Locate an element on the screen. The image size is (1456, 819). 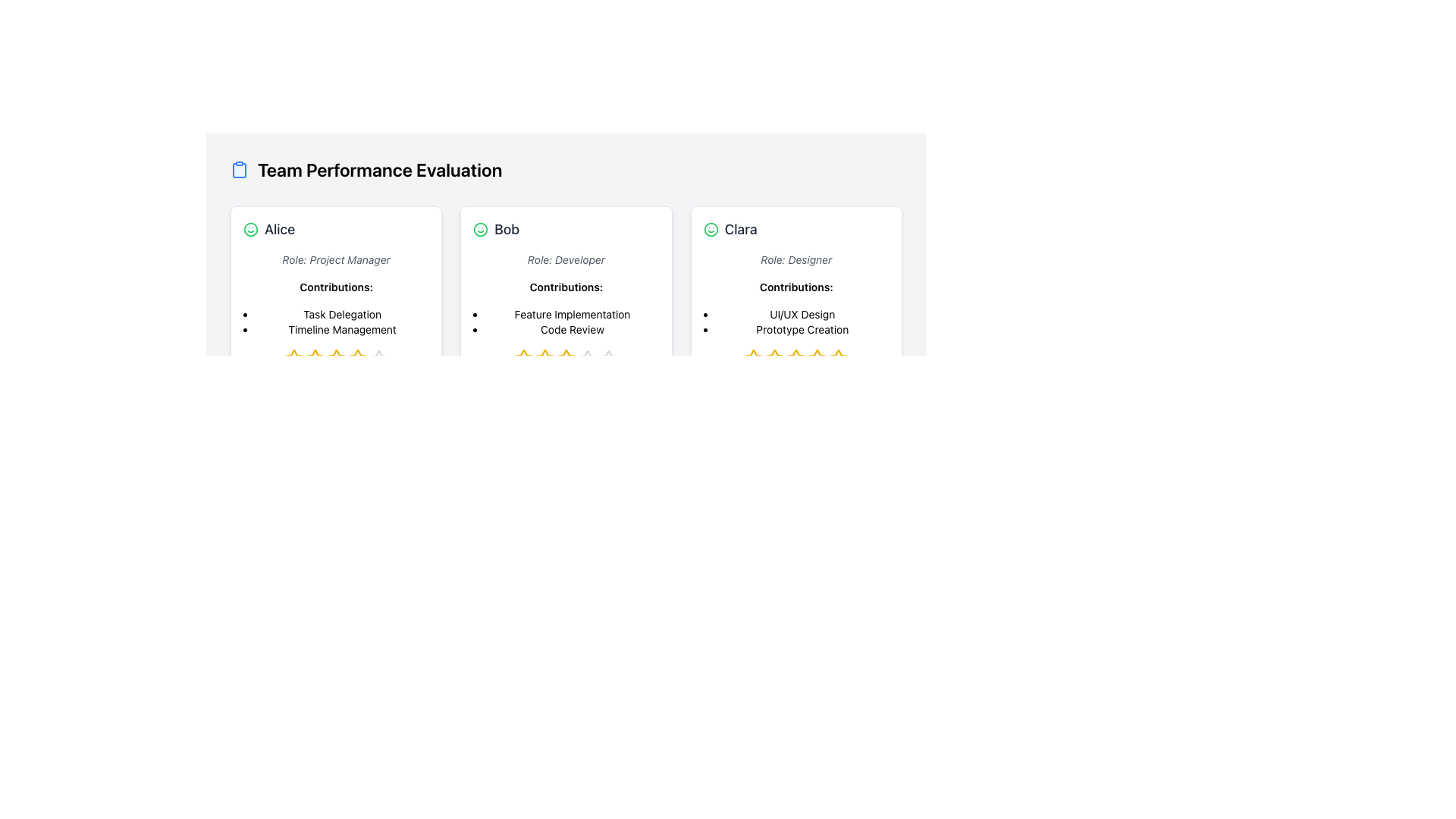
the text label with the bold 'Bob' and the green smiley face icon located at the header of the card layout is located at coordinates (566, 230).